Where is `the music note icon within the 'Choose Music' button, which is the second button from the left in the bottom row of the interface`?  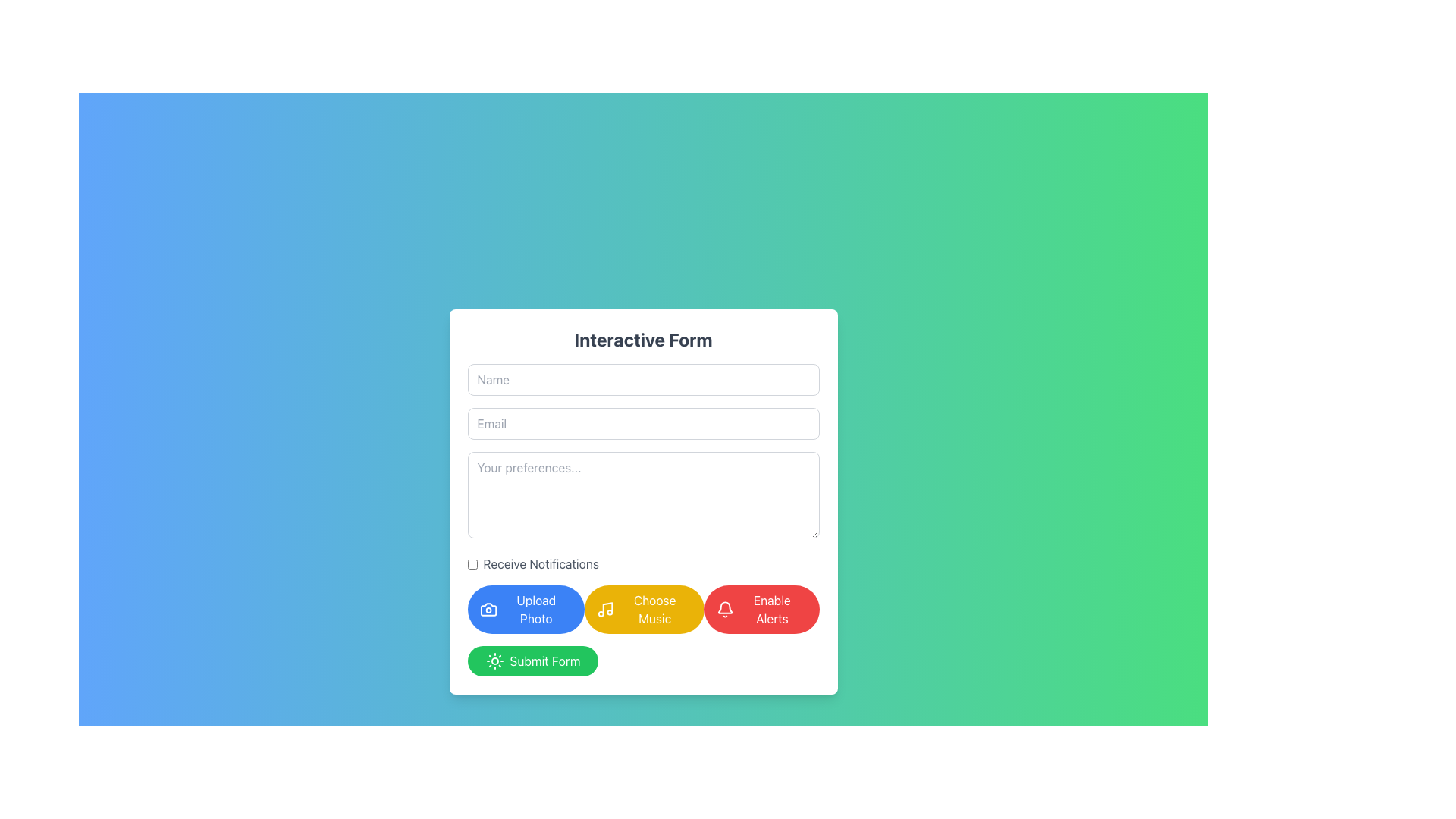
the music note icon within the 'Choose Music' button, which is the second button from the left in the bottom row of the interface is located at coordinates (604, 608).